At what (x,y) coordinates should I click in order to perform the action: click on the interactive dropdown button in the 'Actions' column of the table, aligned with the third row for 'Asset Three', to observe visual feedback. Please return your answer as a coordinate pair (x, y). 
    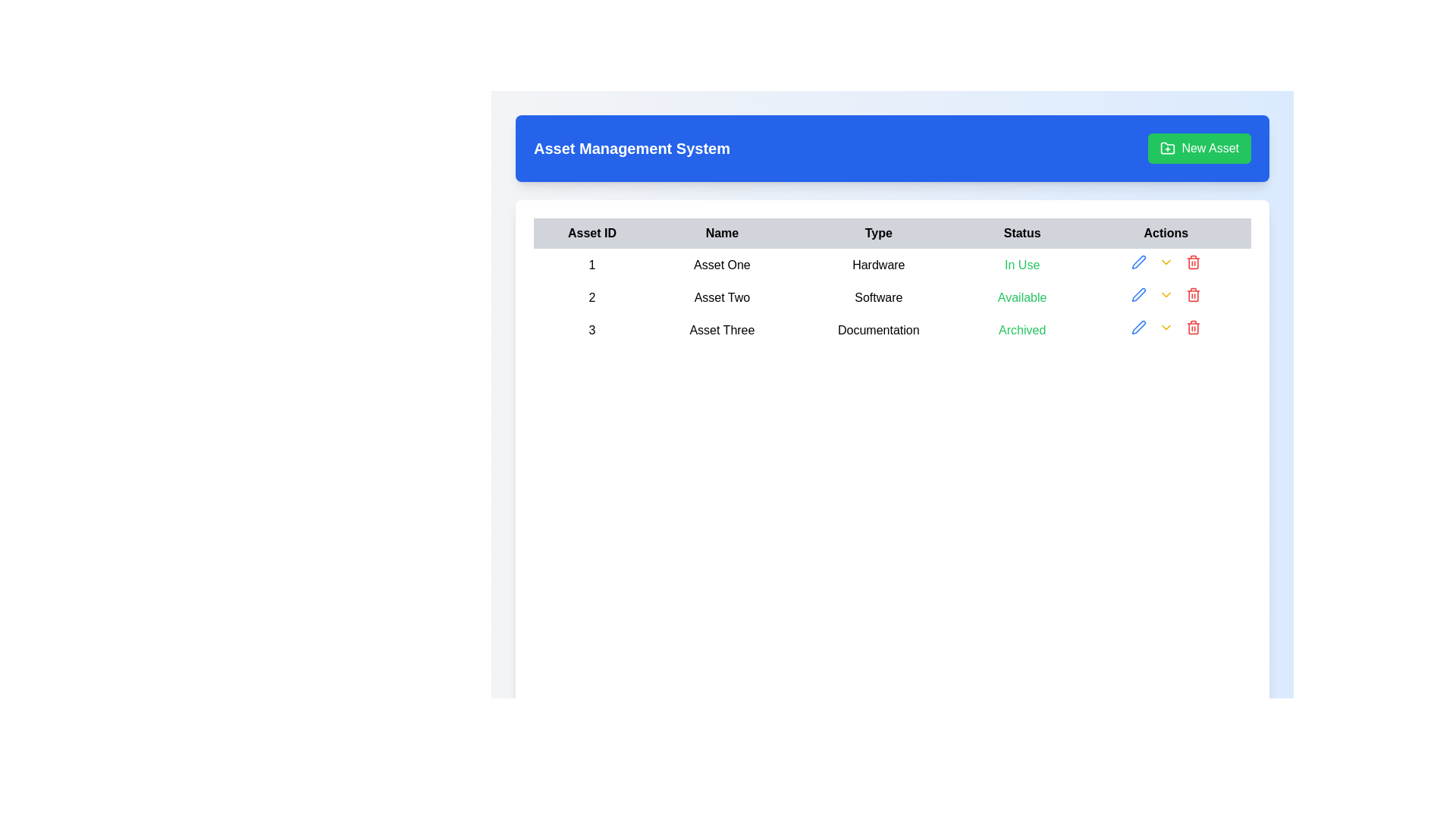
    Looking at the image, I should click on (1165, 327).